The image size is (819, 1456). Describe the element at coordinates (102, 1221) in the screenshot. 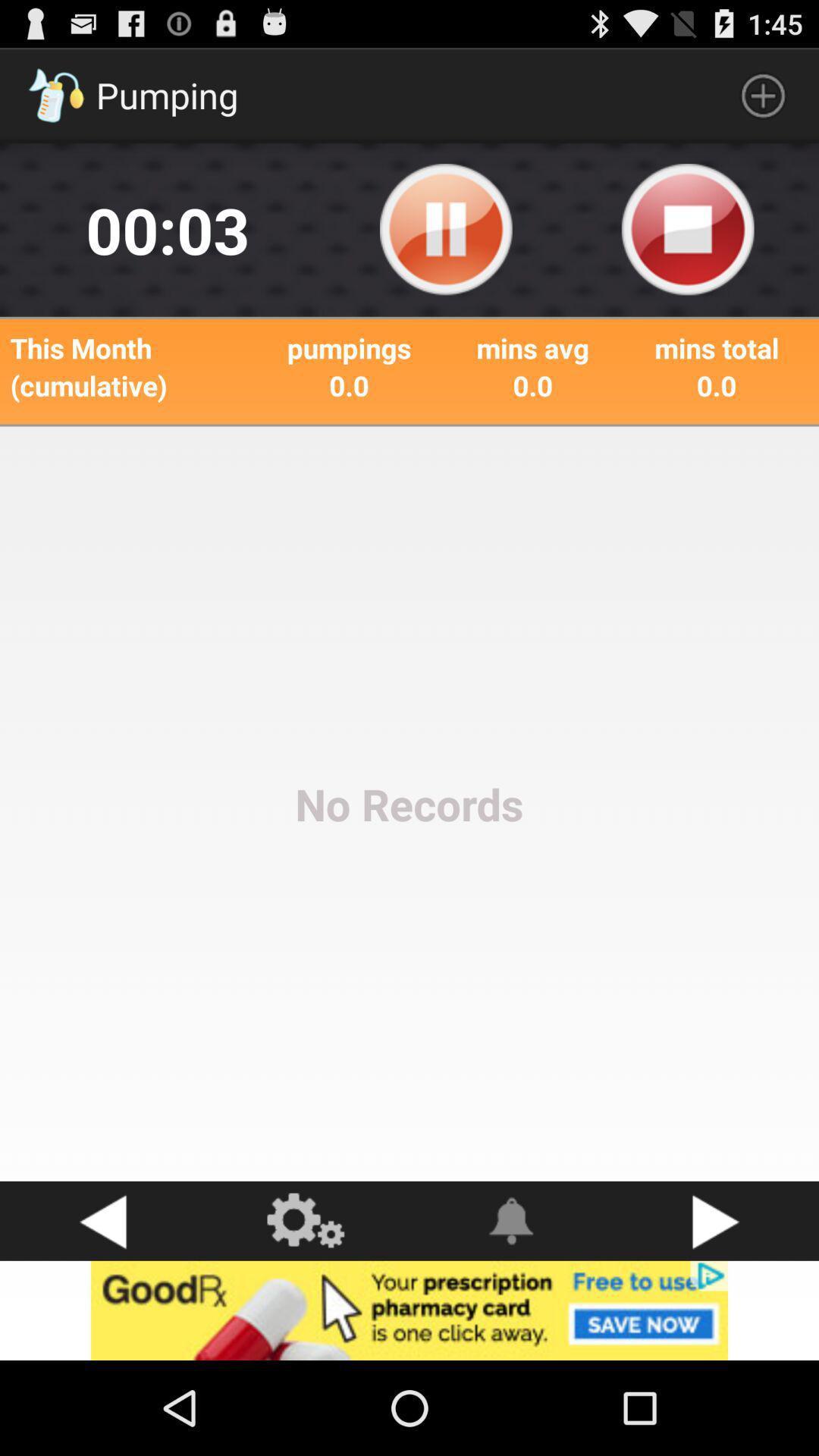

I see `previous arrow` at that location.